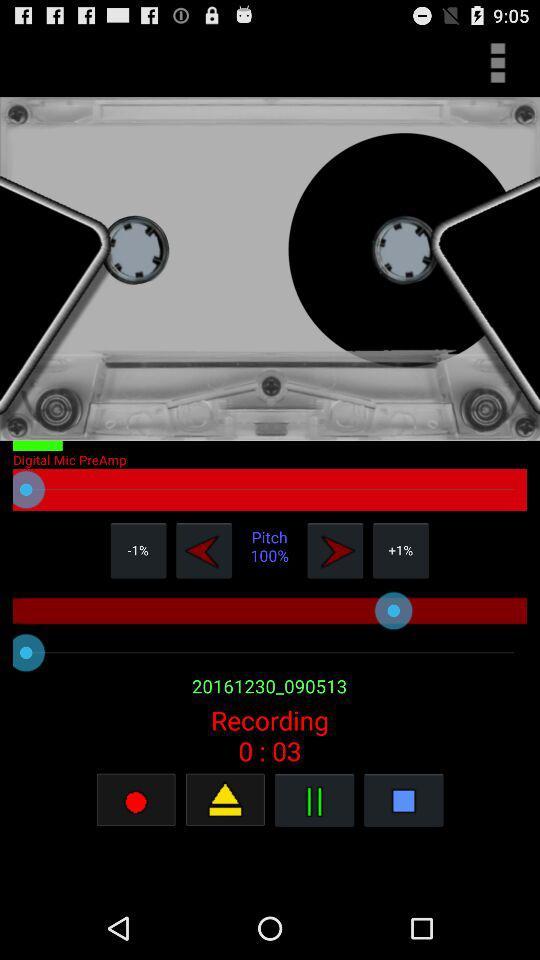 This screenshot has height=960, width=540. What do you see at coordinates (203, 550) in the screenshot?
I see `lower pitch` at bounding box center [203, 550].